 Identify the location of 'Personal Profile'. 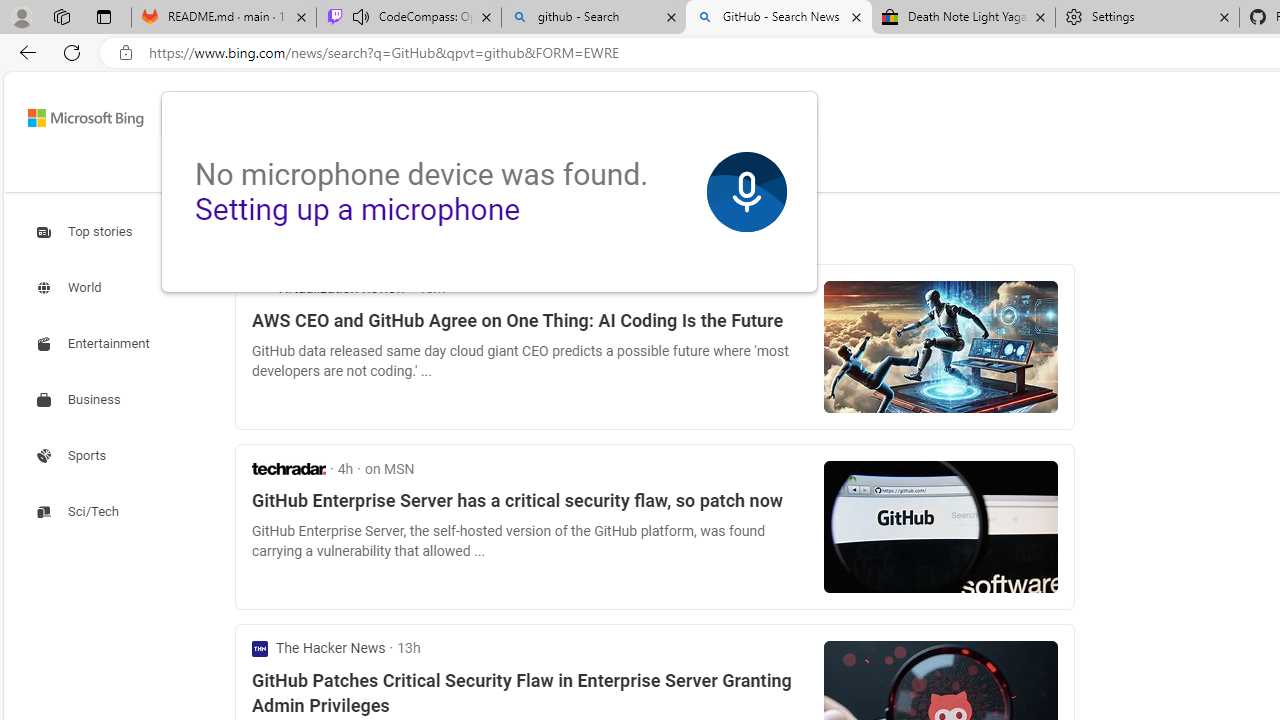
(21, 16).